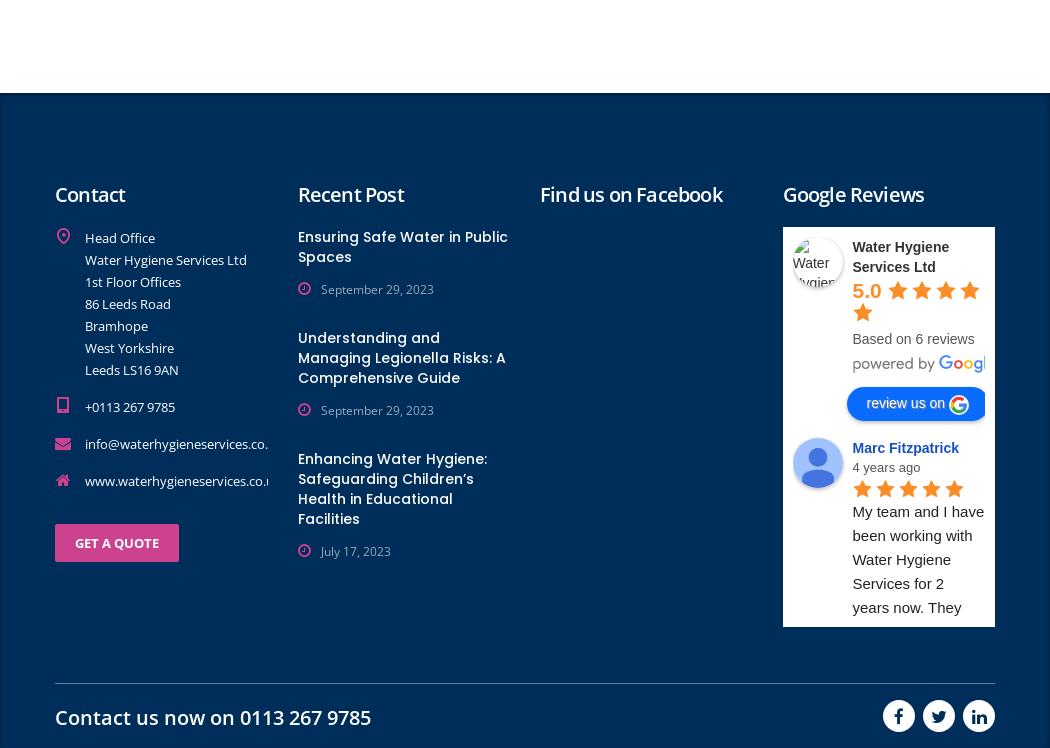 This screenshot has width=1050, height=748. What do you see at coordinates (115, 325) in the screenshot?
I see `'Bramhope'` at bounding box center [115, 325].